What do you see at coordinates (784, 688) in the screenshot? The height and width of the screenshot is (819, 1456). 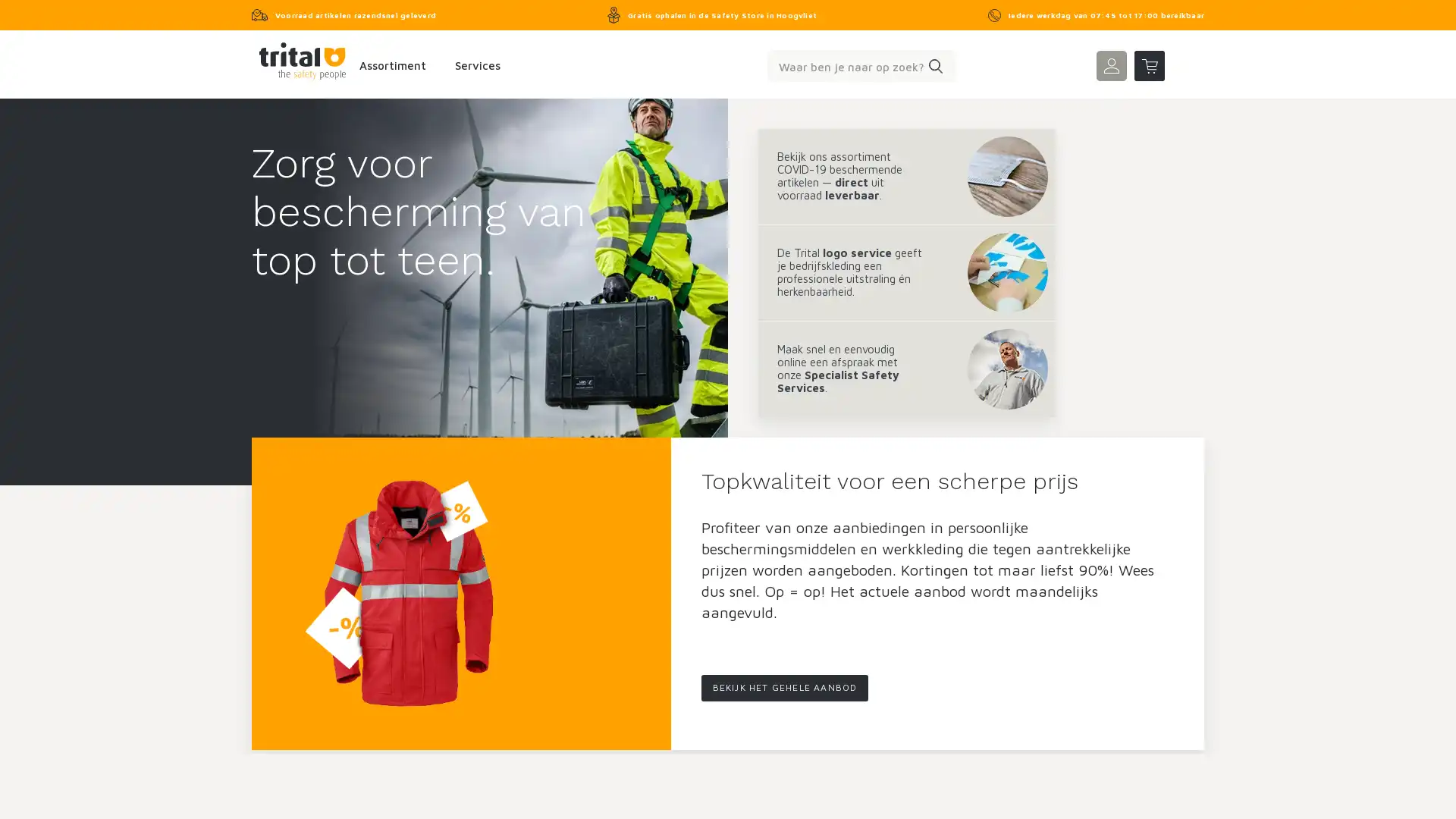 I see `BEKIJK HET GEHELE AANBOD` at bounding box center [784, 688].